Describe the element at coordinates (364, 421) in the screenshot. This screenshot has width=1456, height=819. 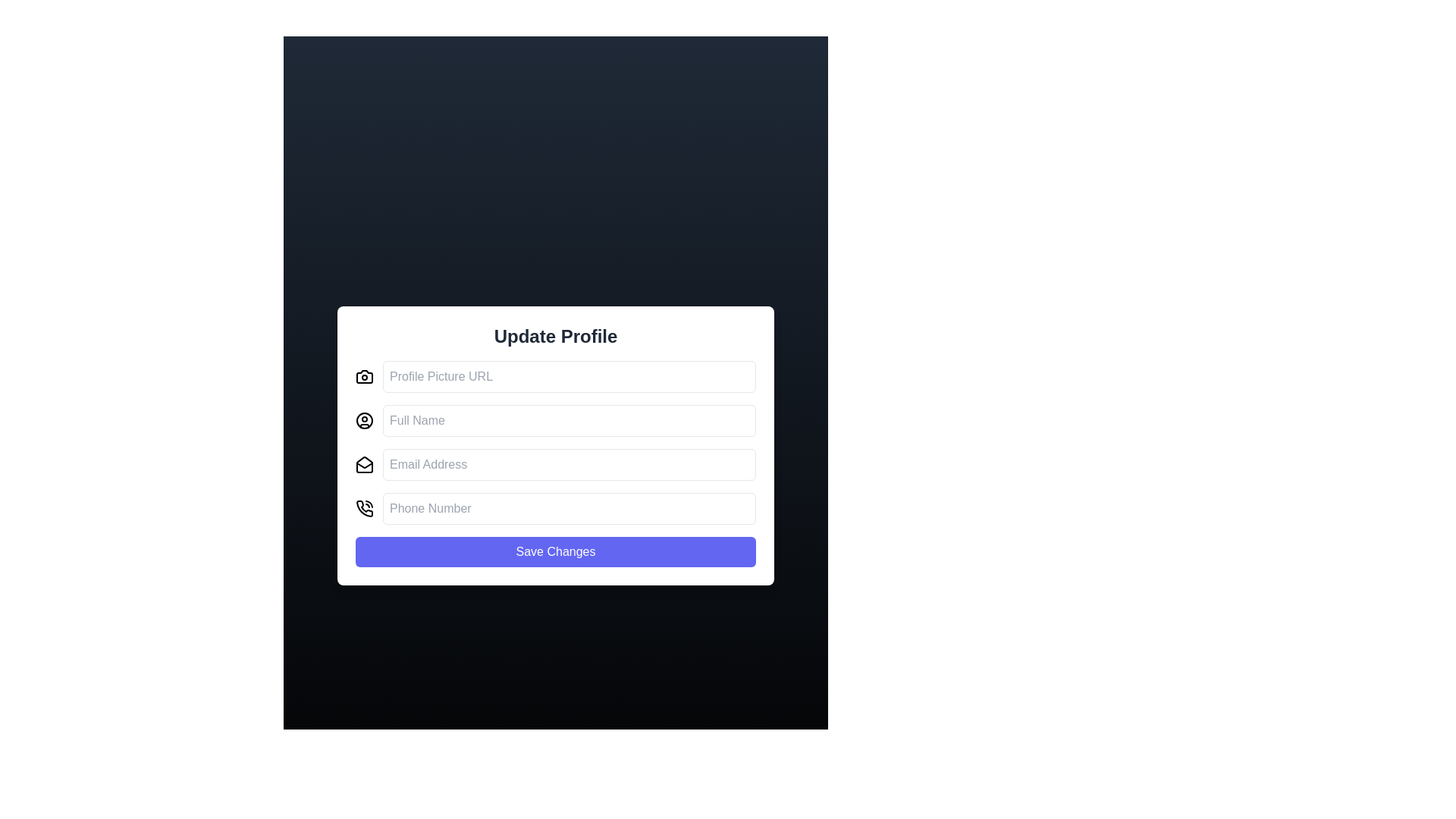
I see `the outermost circular shape of the user profile icon, which is located to the left of the 'Full Name' input field` at that location.